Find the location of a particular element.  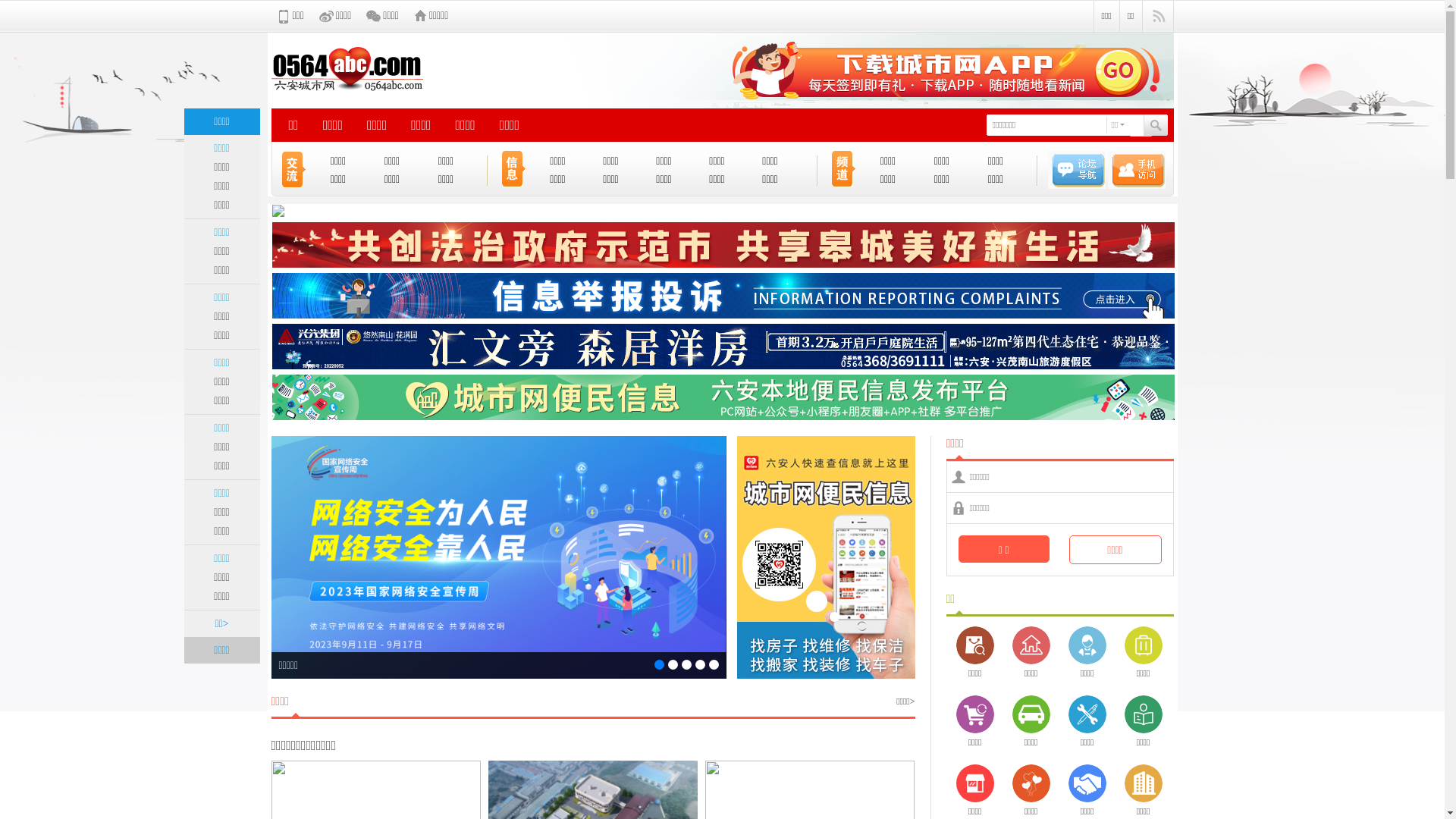

'  ' is located at coordinates (1141, 124).